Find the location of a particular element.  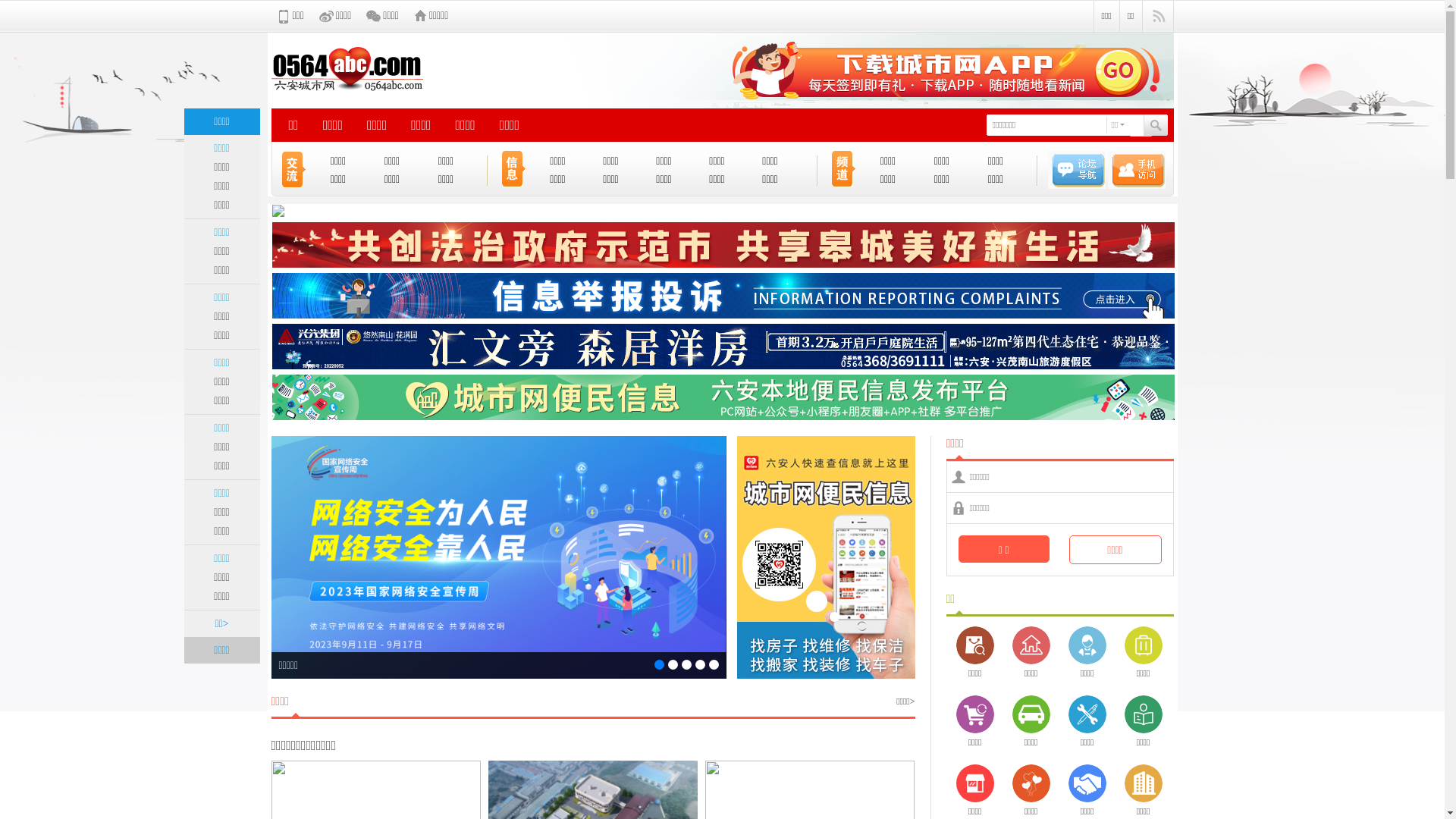

'  ' is located at coordinates (1141, 124).